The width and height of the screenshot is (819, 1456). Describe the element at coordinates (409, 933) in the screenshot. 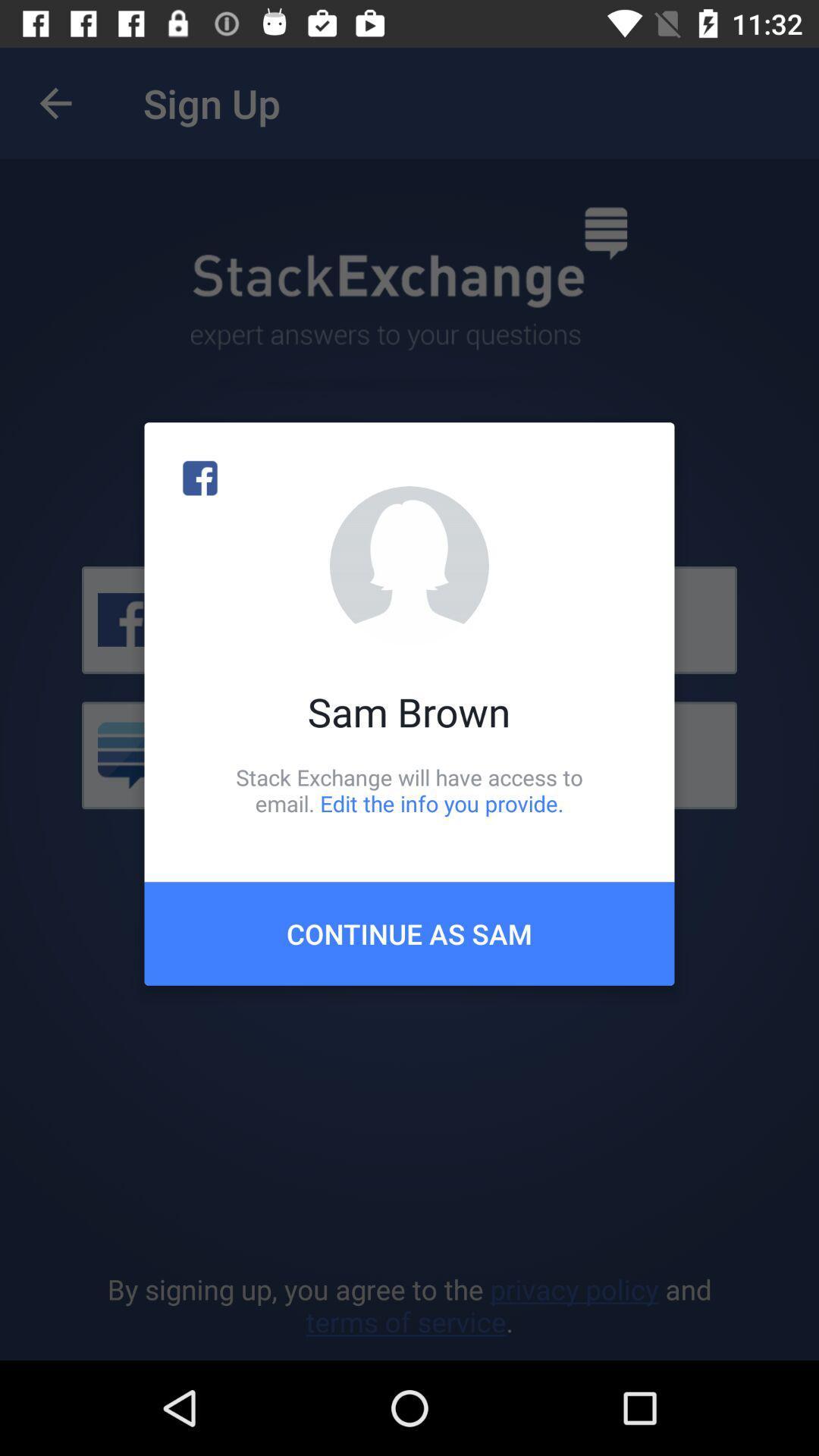

I see `the continue as sam icon` at that location.